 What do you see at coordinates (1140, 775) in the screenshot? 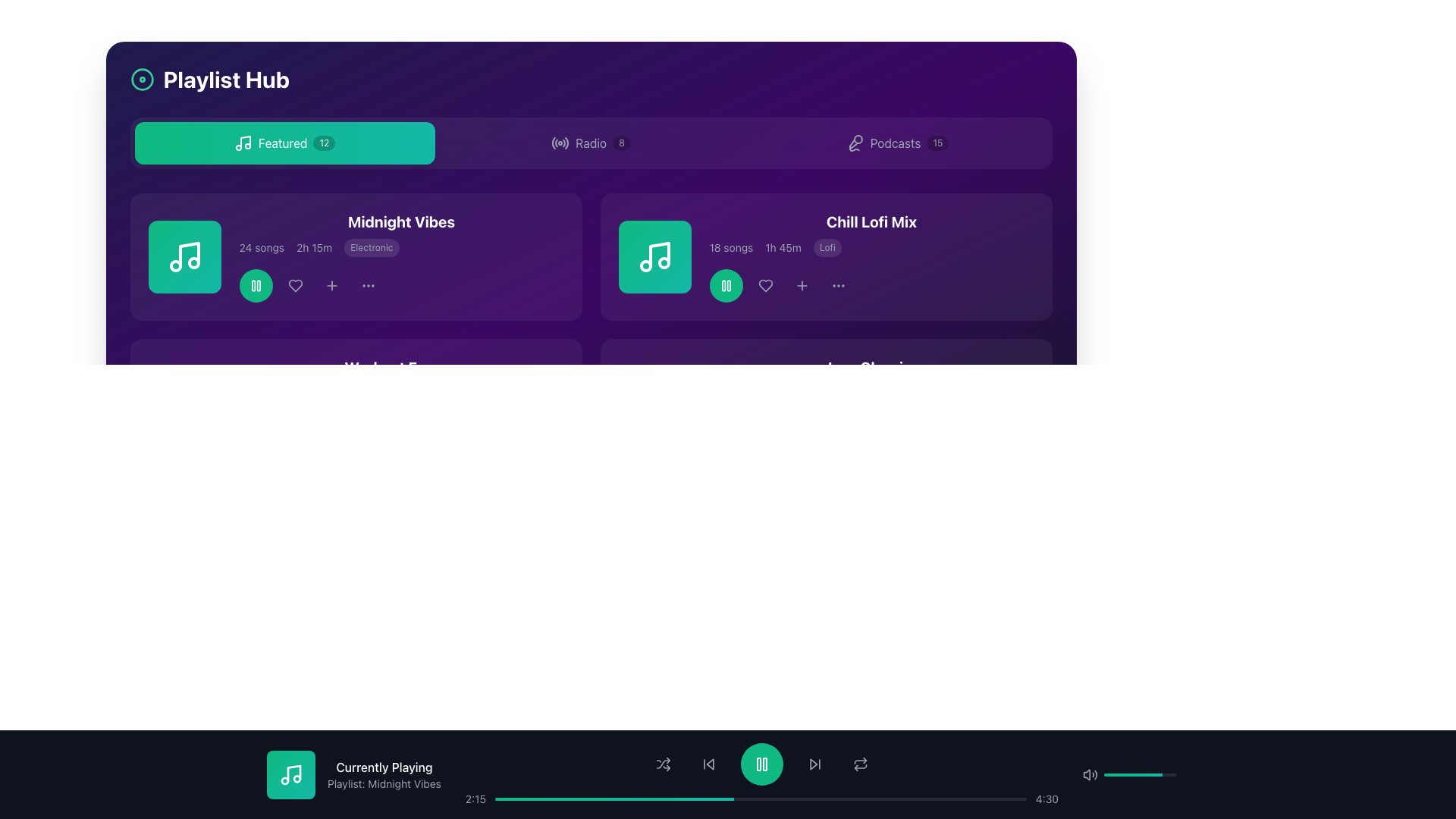
I see `the slider` at bounding box center [1140, 775].